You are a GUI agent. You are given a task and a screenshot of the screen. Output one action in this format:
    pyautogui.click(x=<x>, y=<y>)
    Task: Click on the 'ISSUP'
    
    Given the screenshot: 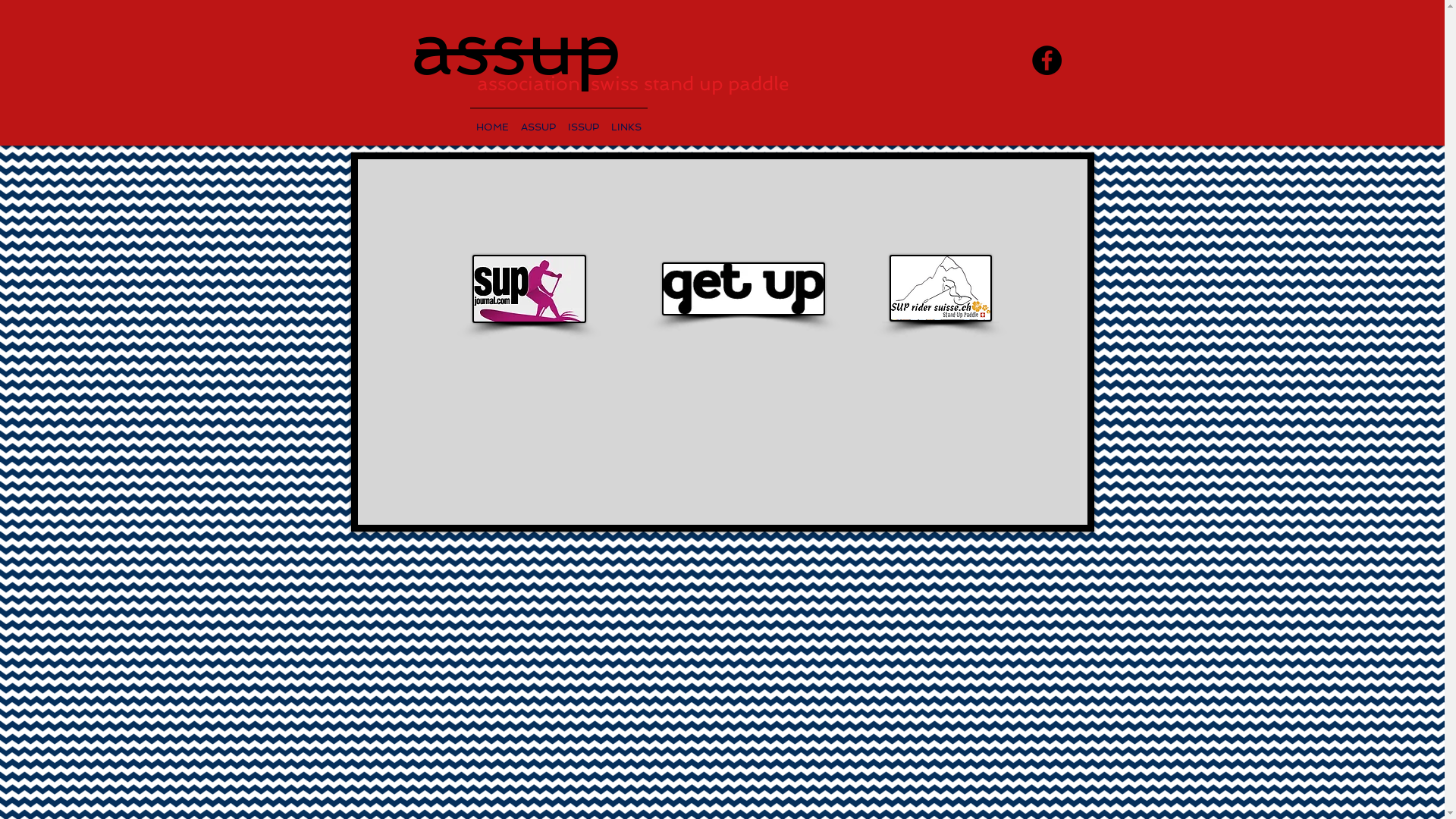 What is the action you would take?
    pyautogui.click(x=582, y=119)
    